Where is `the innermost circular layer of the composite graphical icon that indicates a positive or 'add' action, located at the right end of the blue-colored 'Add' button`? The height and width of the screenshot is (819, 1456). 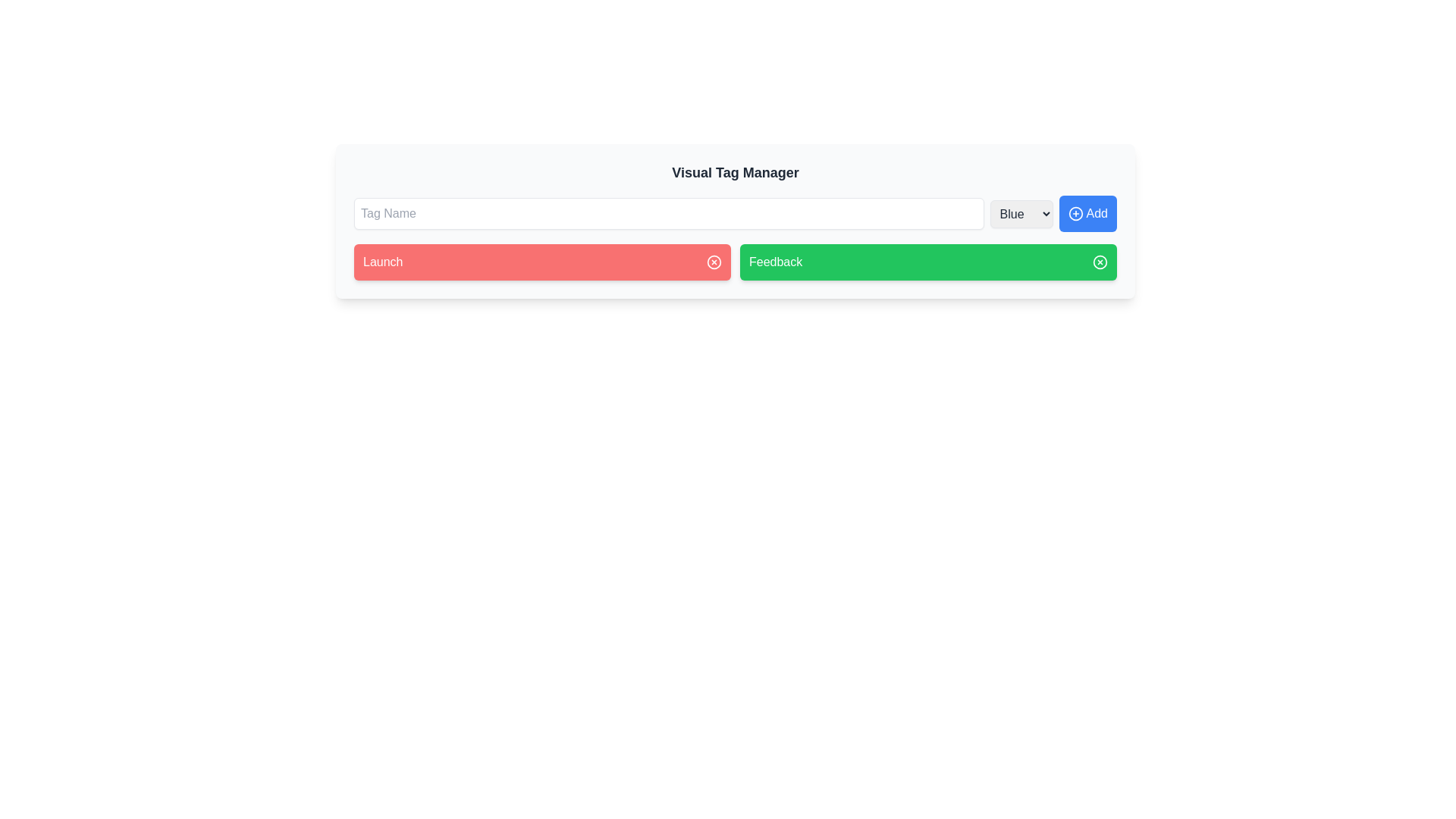
the innermost circular layer of the composite graphical icon that indicates a positive or 'add' action, located at the right end of the blue-colored 'Add' button is located at coordinates (1075, 213).